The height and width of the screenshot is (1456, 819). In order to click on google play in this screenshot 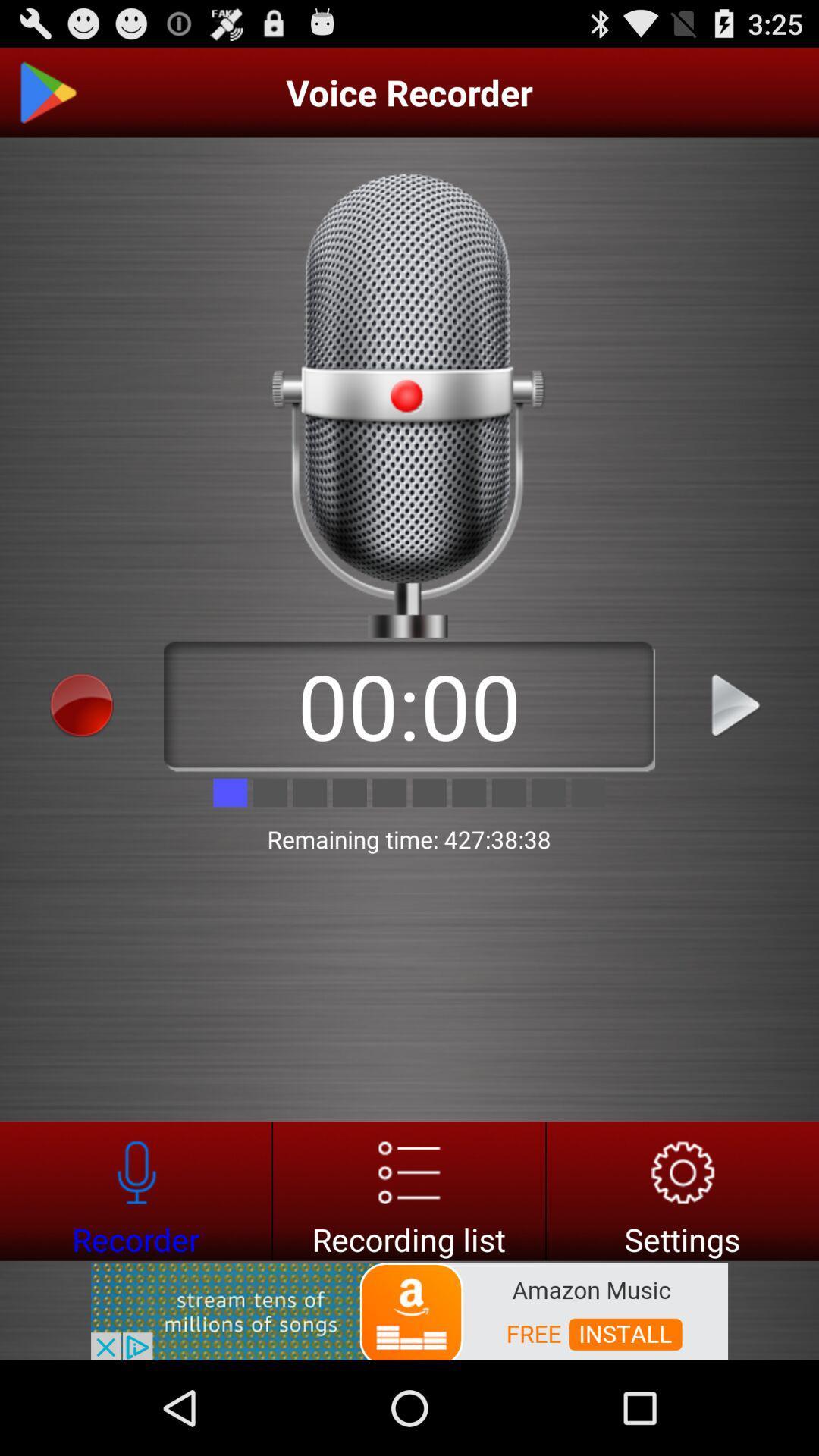, I will do `click(46, 92)`.